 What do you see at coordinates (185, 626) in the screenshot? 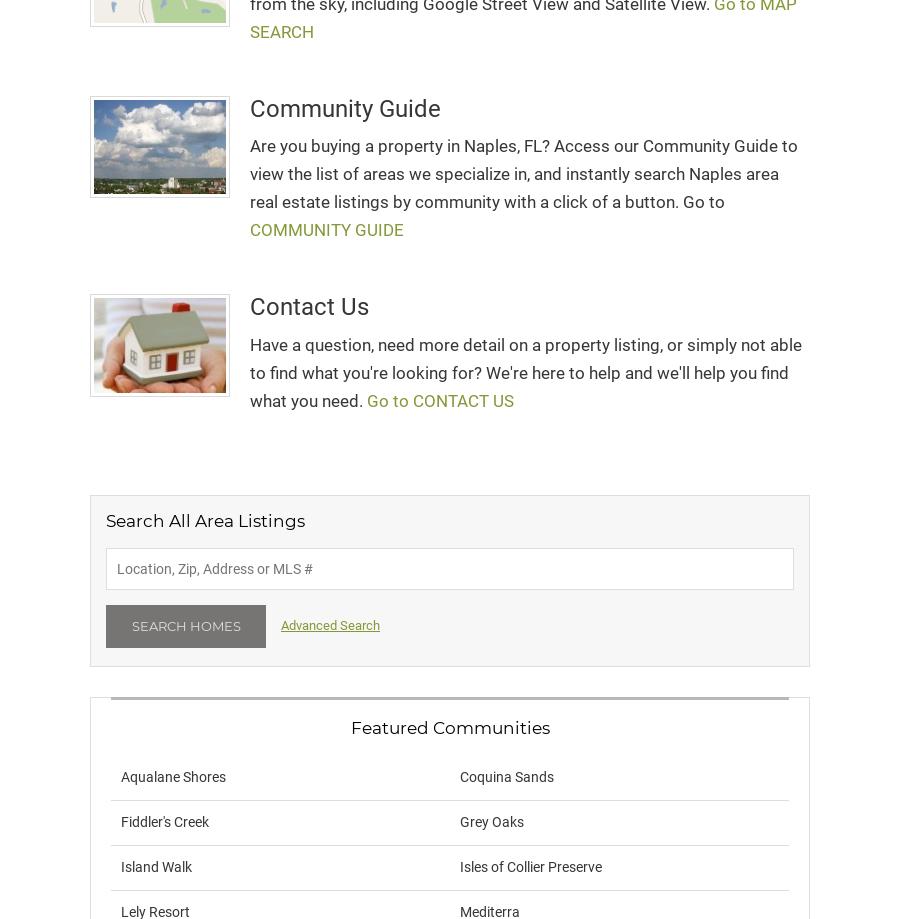
I see `'Search Homes'` at bounding box center [185, 626].